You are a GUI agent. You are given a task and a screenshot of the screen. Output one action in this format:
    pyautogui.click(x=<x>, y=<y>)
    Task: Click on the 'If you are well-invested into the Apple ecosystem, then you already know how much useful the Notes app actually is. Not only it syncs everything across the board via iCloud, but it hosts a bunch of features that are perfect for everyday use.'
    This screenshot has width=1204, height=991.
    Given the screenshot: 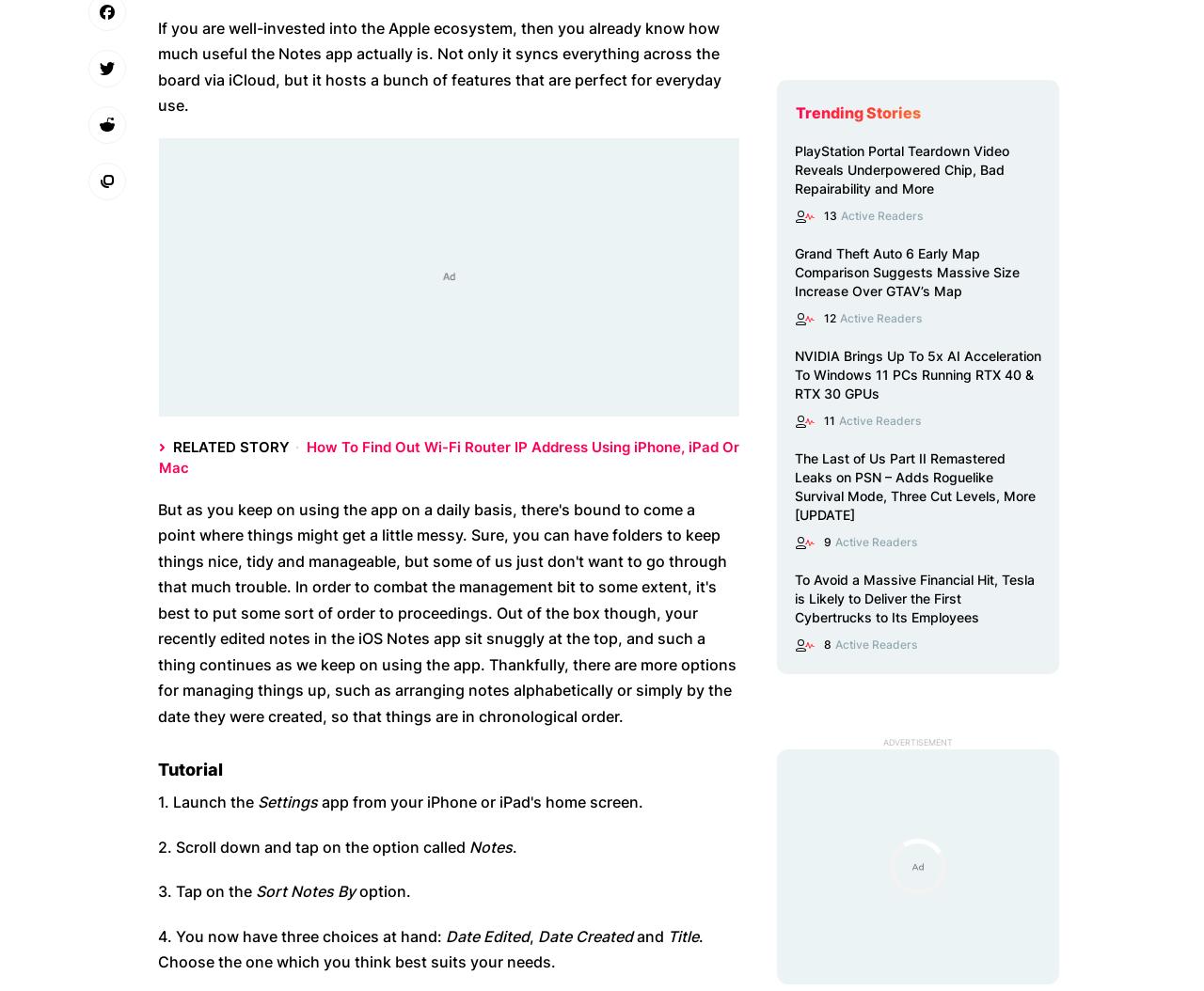 What is the action you would take?
    pyautogui.click(x=158, y=65)
    